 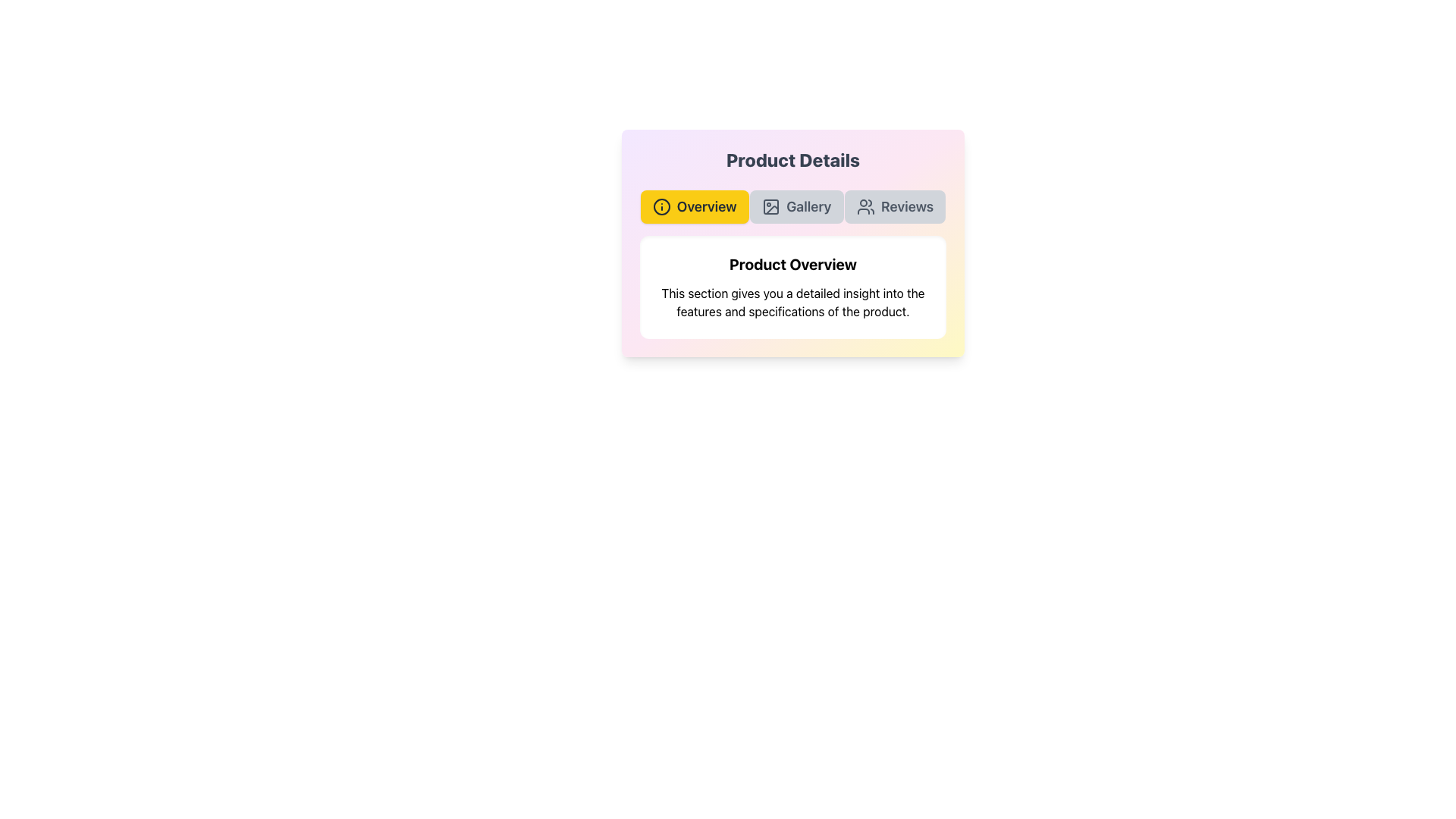 I want to click on the decorative SVG shape embedded in the Gallery icon, which signifies the 'Gallery' button in the central tab bar of the 'Product Details' interface, so click(x=771, y=207).